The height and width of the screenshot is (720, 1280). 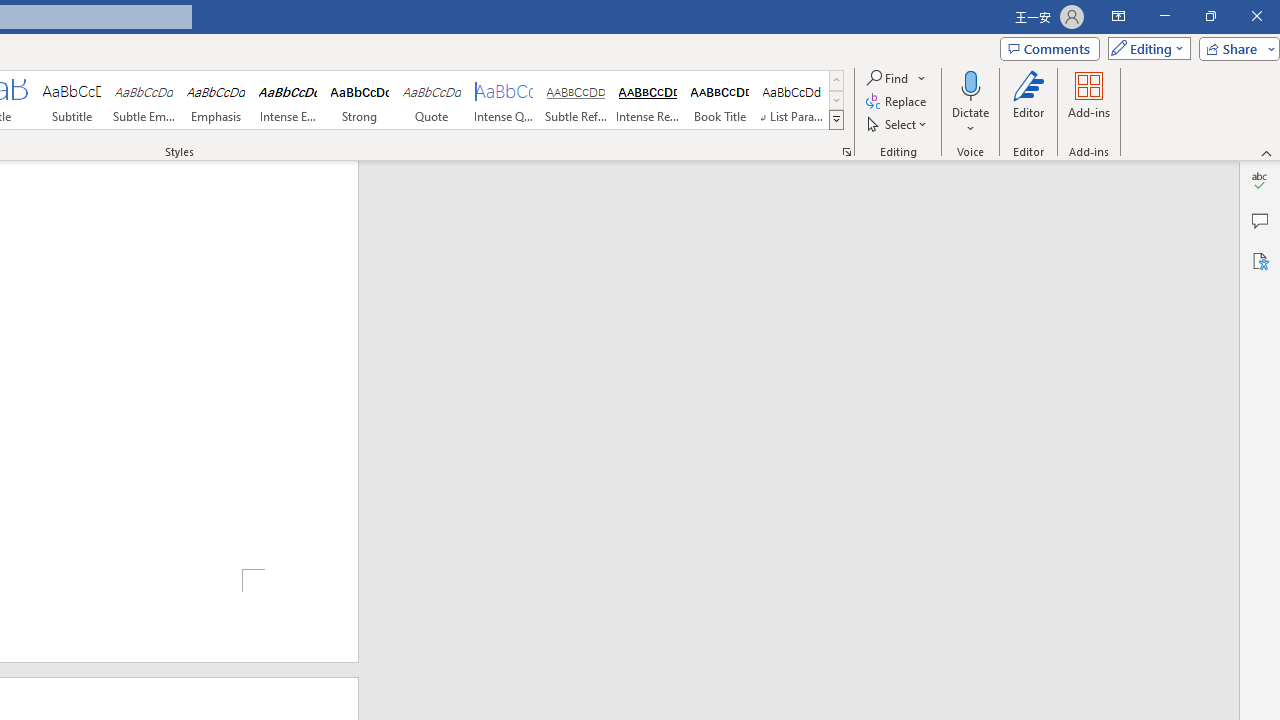 I want to click on 'Intense Reference', so click(x=647, y=100).